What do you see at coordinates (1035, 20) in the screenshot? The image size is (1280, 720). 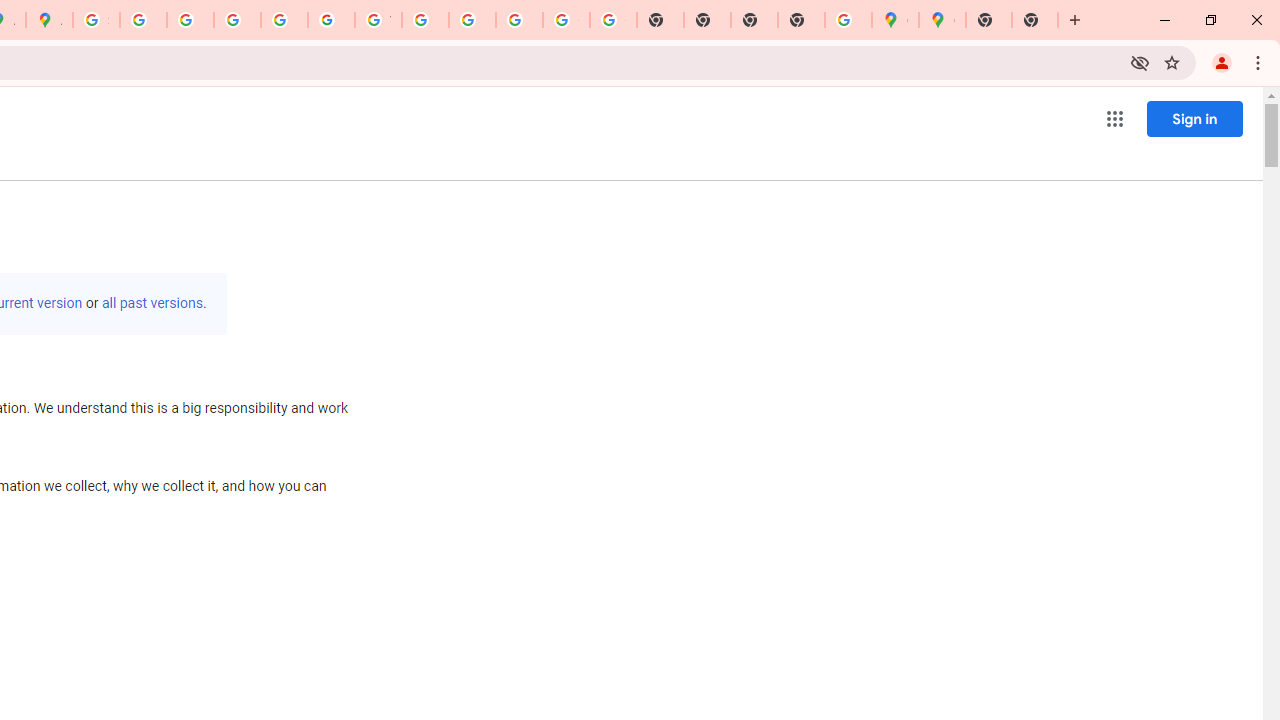 I see `'New Tab'` at bounding box center [1035, 20].